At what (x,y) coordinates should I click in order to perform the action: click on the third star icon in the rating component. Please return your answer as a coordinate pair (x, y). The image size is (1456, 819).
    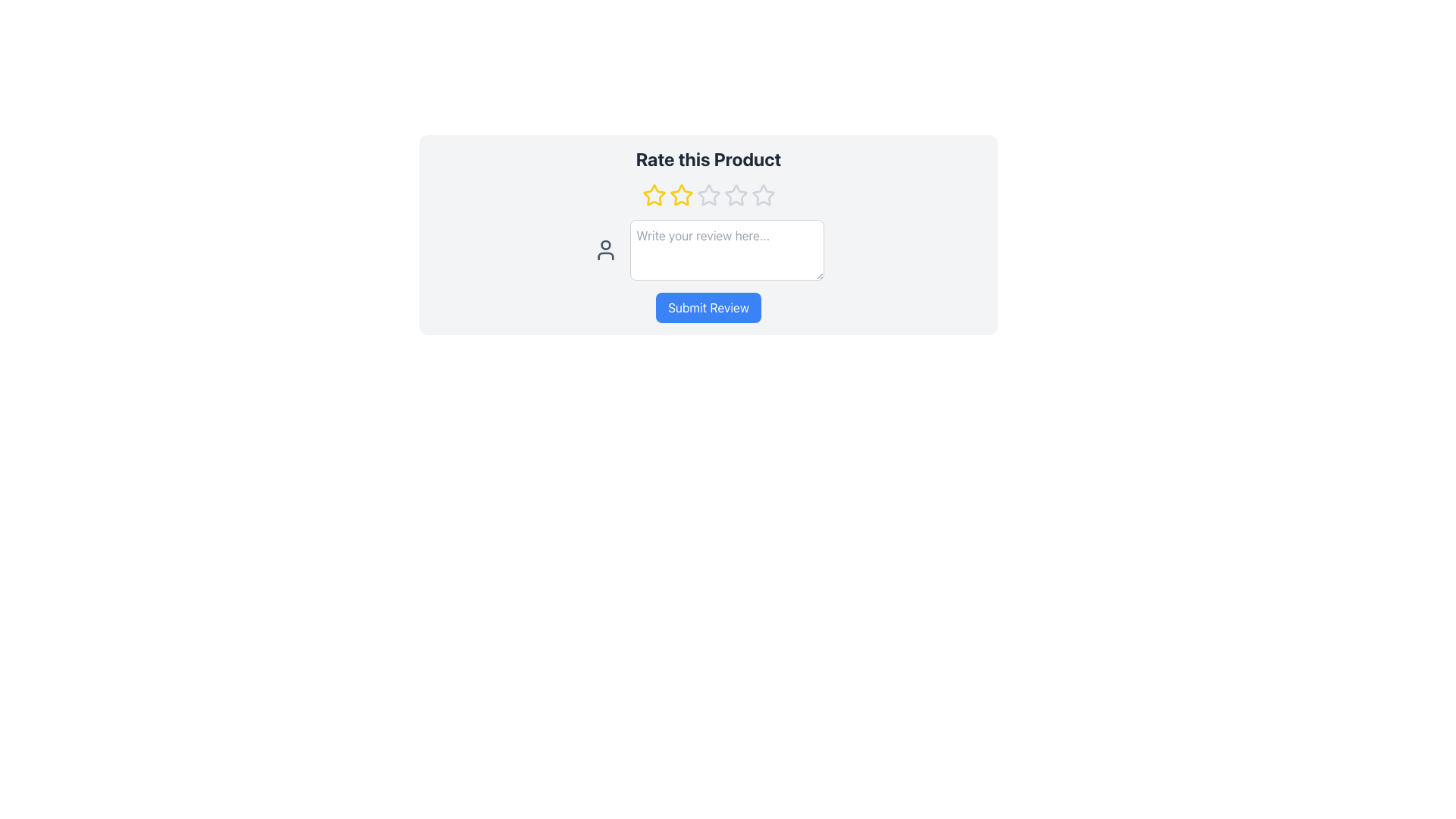
    Looking at the image, I should click on (736, 194).